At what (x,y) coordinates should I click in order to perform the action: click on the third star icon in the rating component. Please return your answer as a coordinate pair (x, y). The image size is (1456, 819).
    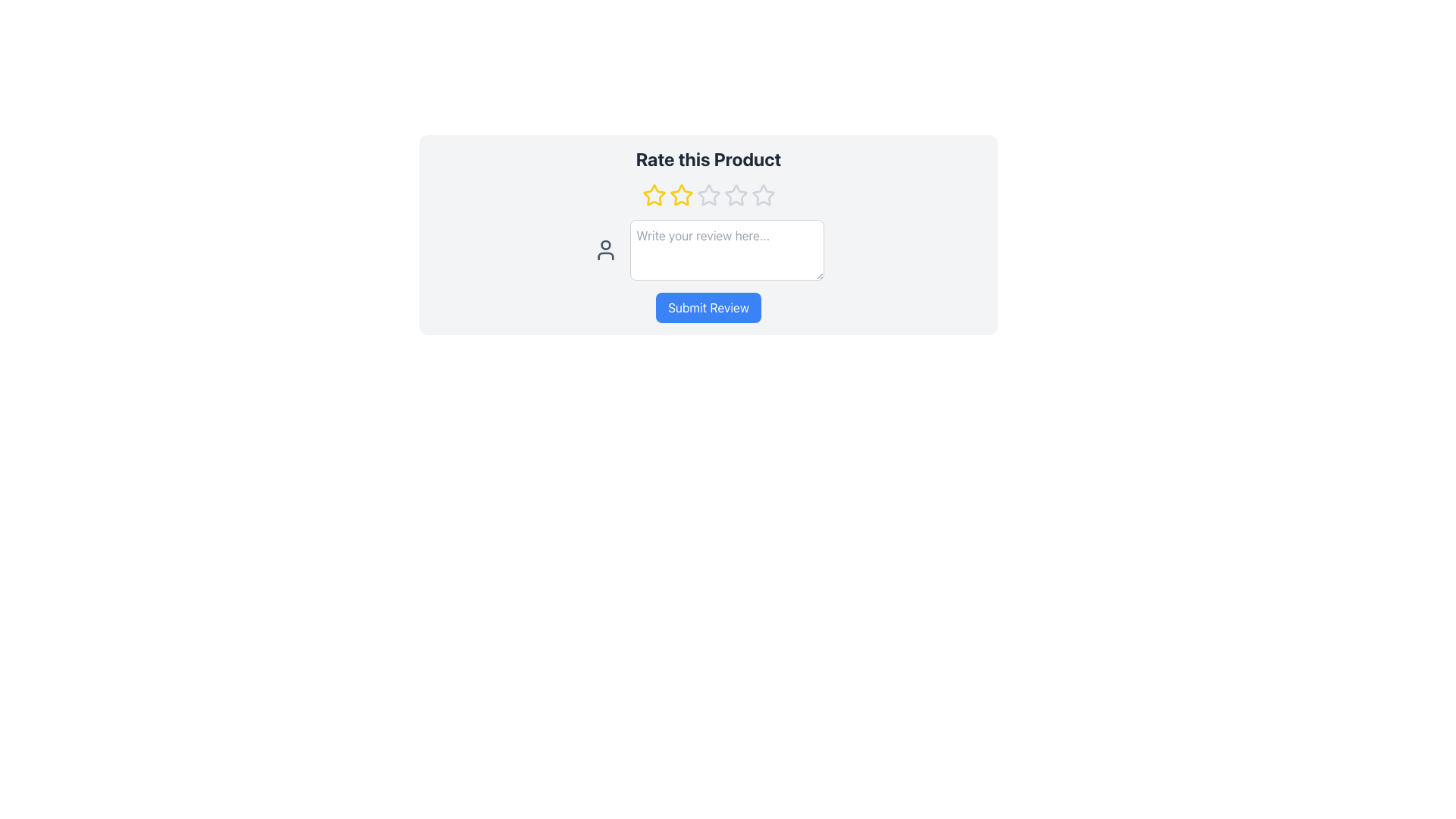
    Looking at the image, I should click on (736, 194).